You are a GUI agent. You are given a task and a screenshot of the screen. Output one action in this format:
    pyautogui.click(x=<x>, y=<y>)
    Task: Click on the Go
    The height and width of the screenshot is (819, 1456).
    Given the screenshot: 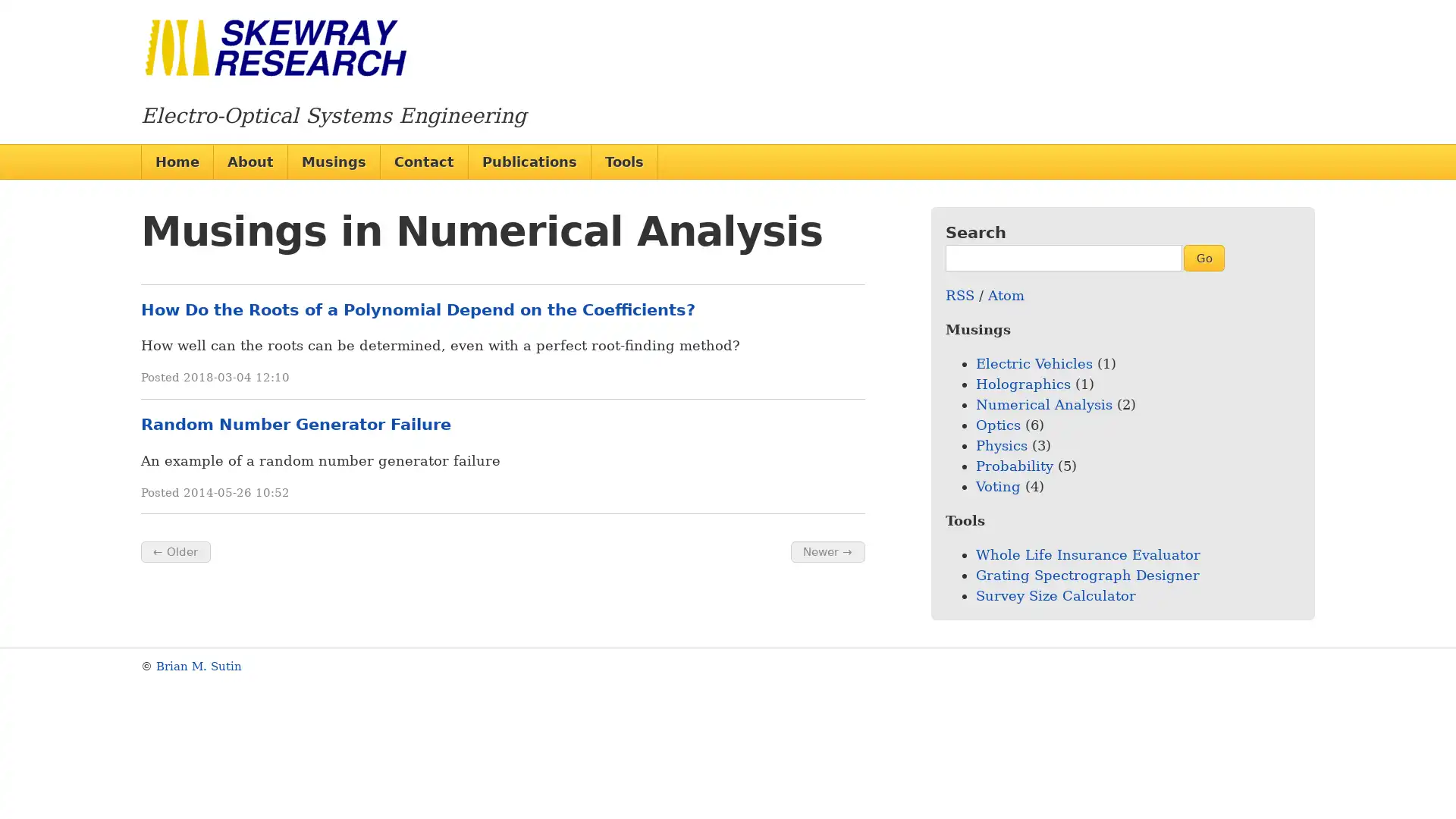 What is the action you would take?
    pyautogui.click(x=1203, y=256)
    